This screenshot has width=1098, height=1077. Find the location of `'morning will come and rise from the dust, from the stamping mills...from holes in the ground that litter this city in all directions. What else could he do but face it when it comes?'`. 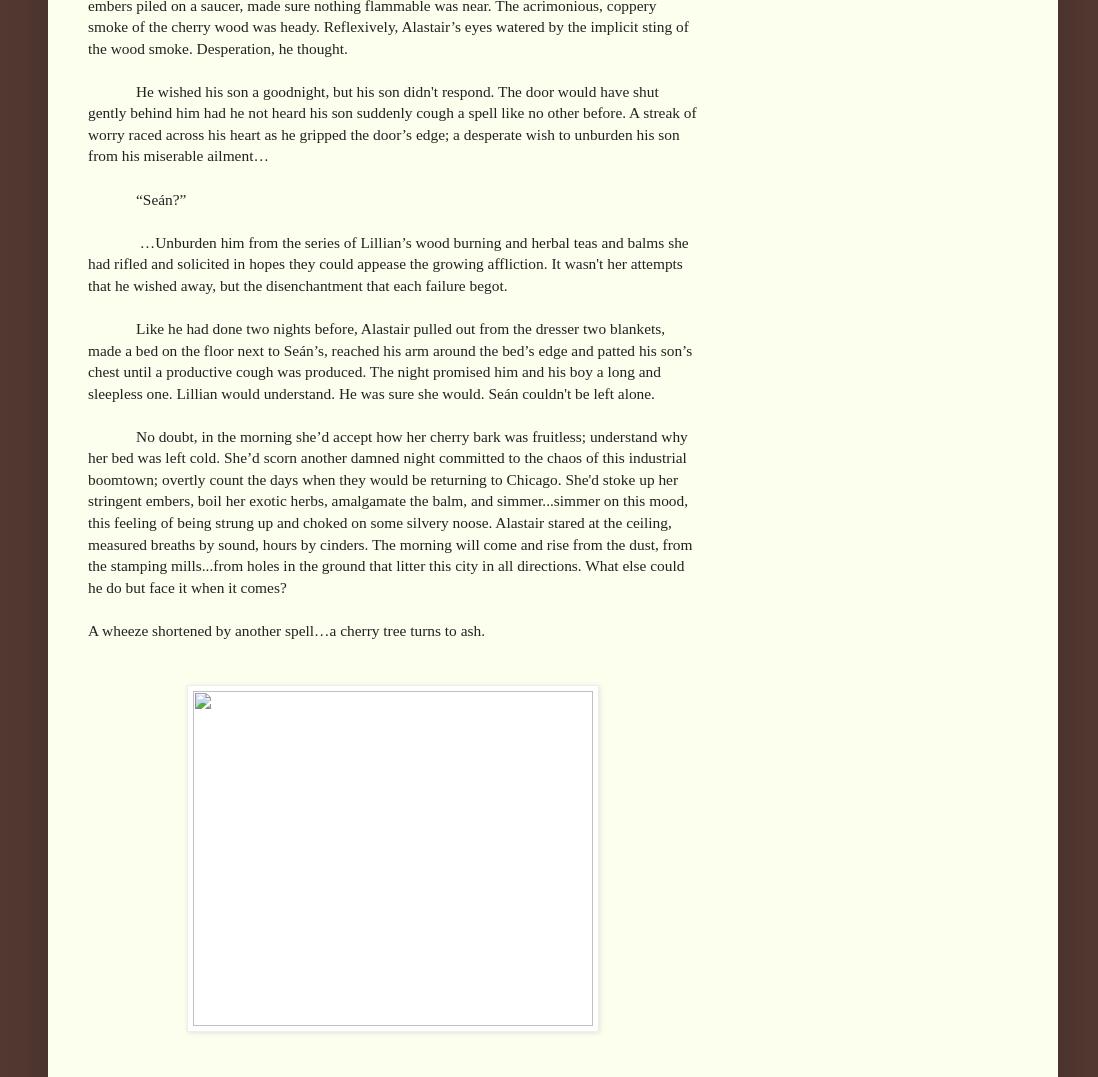

'morning will come and rise from the dust, from the stamping mills...from holes in the ground that litter this city in all directions. What else could he do but face it when it comes?' is located at coordinates (389, 564).